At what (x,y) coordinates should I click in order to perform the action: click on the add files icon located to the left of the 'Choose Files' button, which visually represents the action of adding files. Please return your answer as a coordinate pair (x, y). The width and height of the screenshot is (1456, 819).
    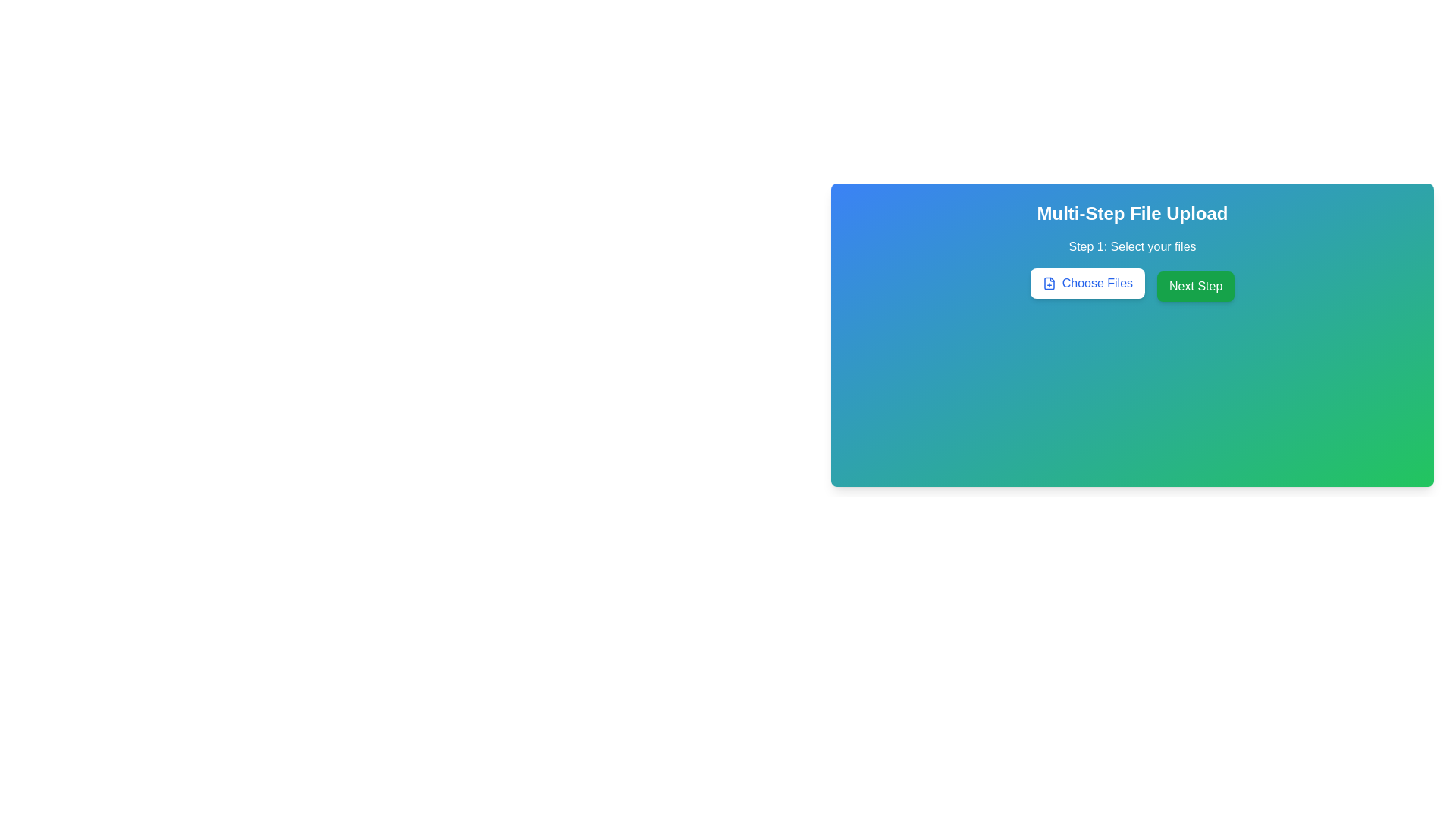
    Looking at the image, I should click on (1048, 284).